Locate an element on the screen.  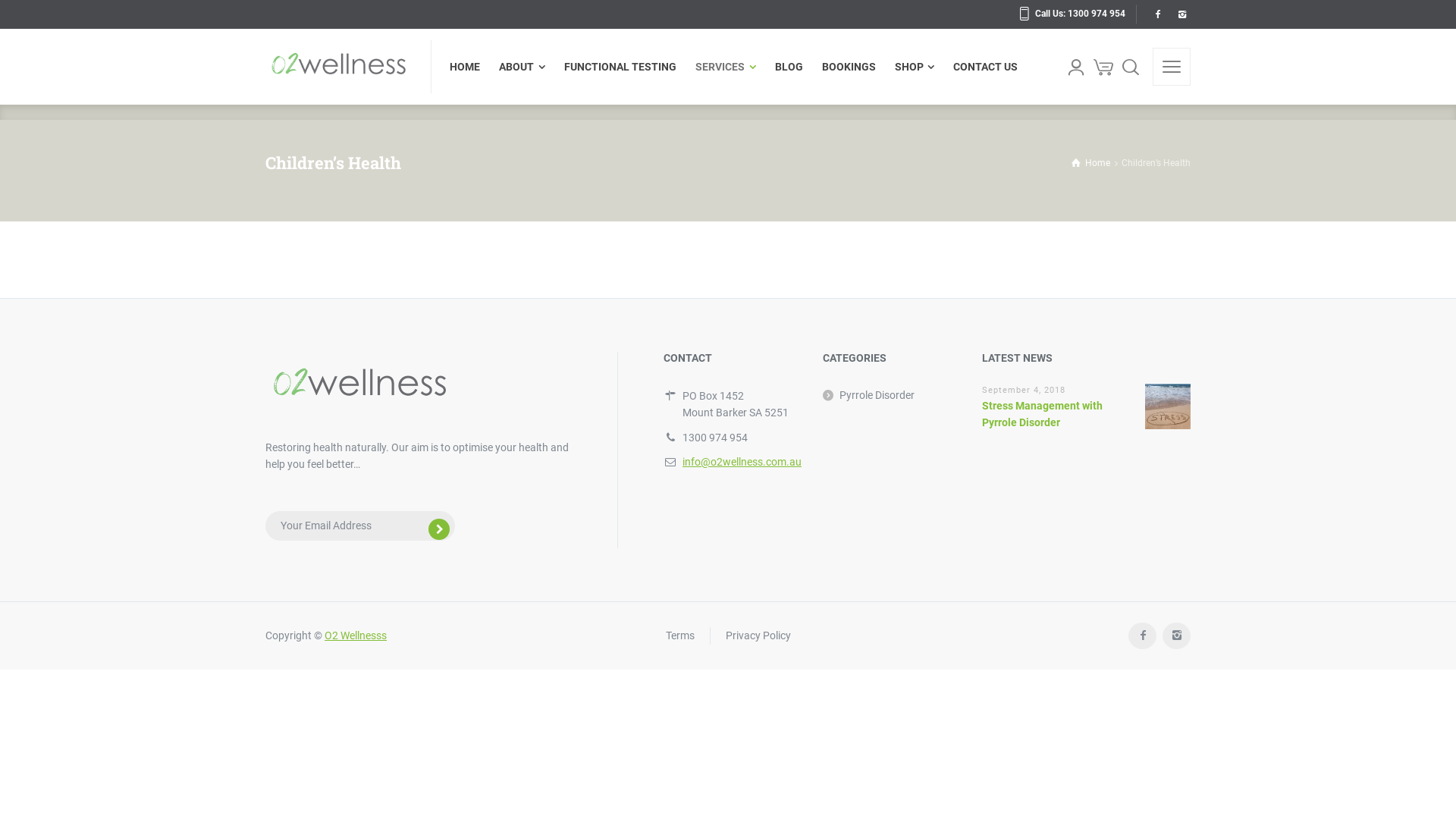
'ABOUT' is located at coordinates (522, 66).